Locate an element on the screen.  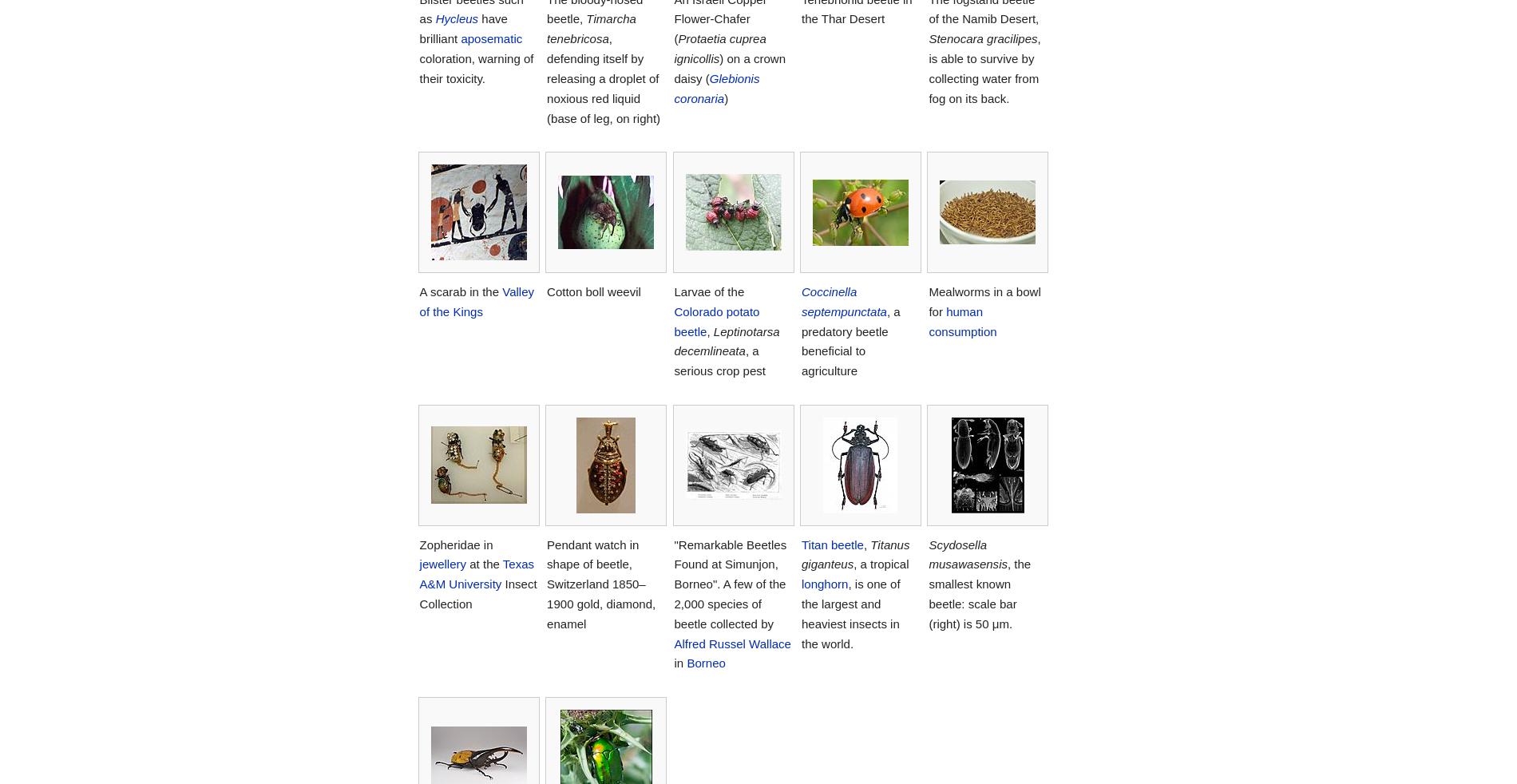
'Pendant watch in shape of beetle, Switzerland 1850–1900 gold, diamond, enamel' is located at coordinates (600, 583).